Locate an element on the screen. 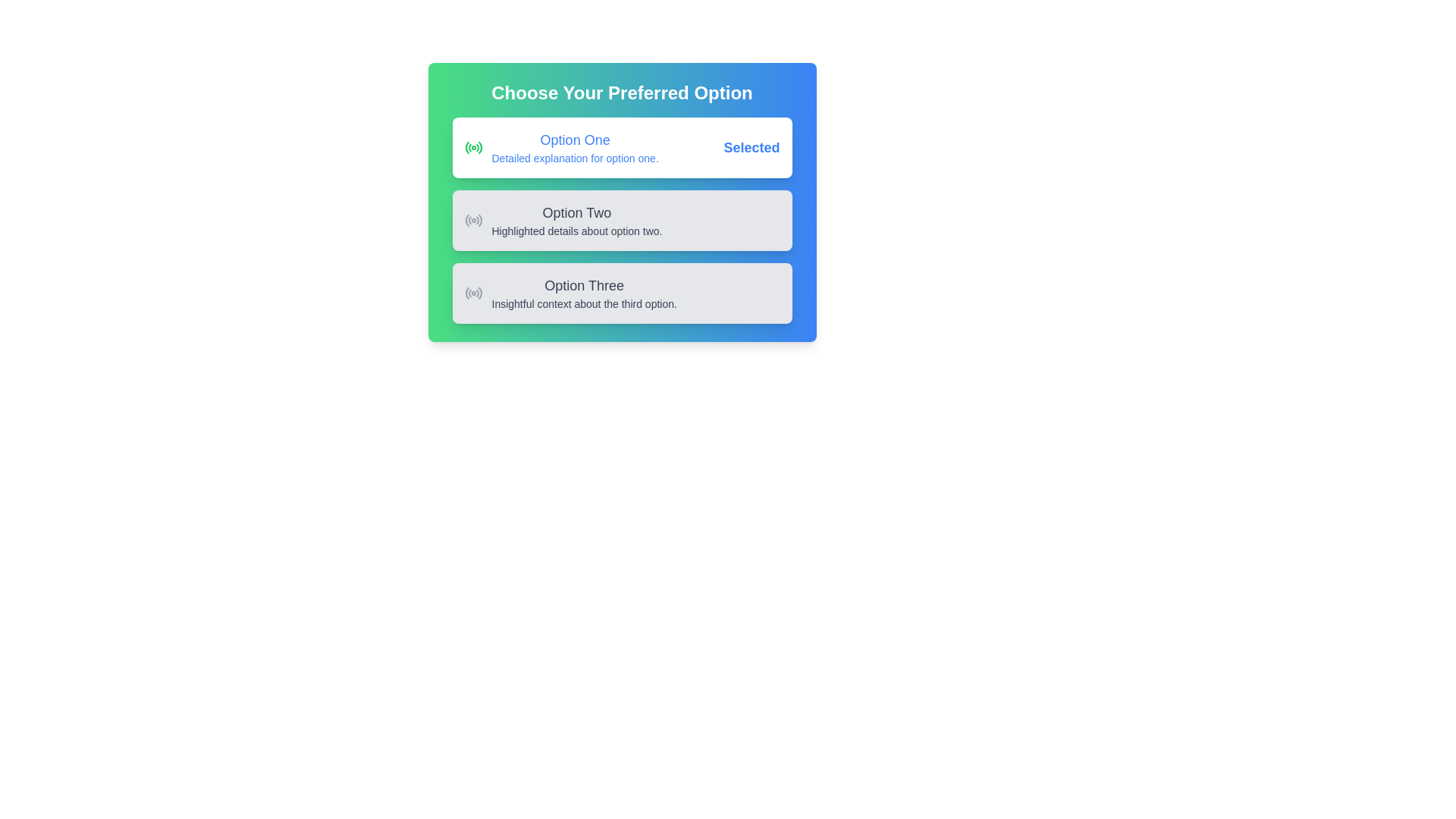  descriptive text label located beneath the 'Option Three' sibling text in the card layout, which provides additional information about the third option available for selection is located at coordinates (583, 304).